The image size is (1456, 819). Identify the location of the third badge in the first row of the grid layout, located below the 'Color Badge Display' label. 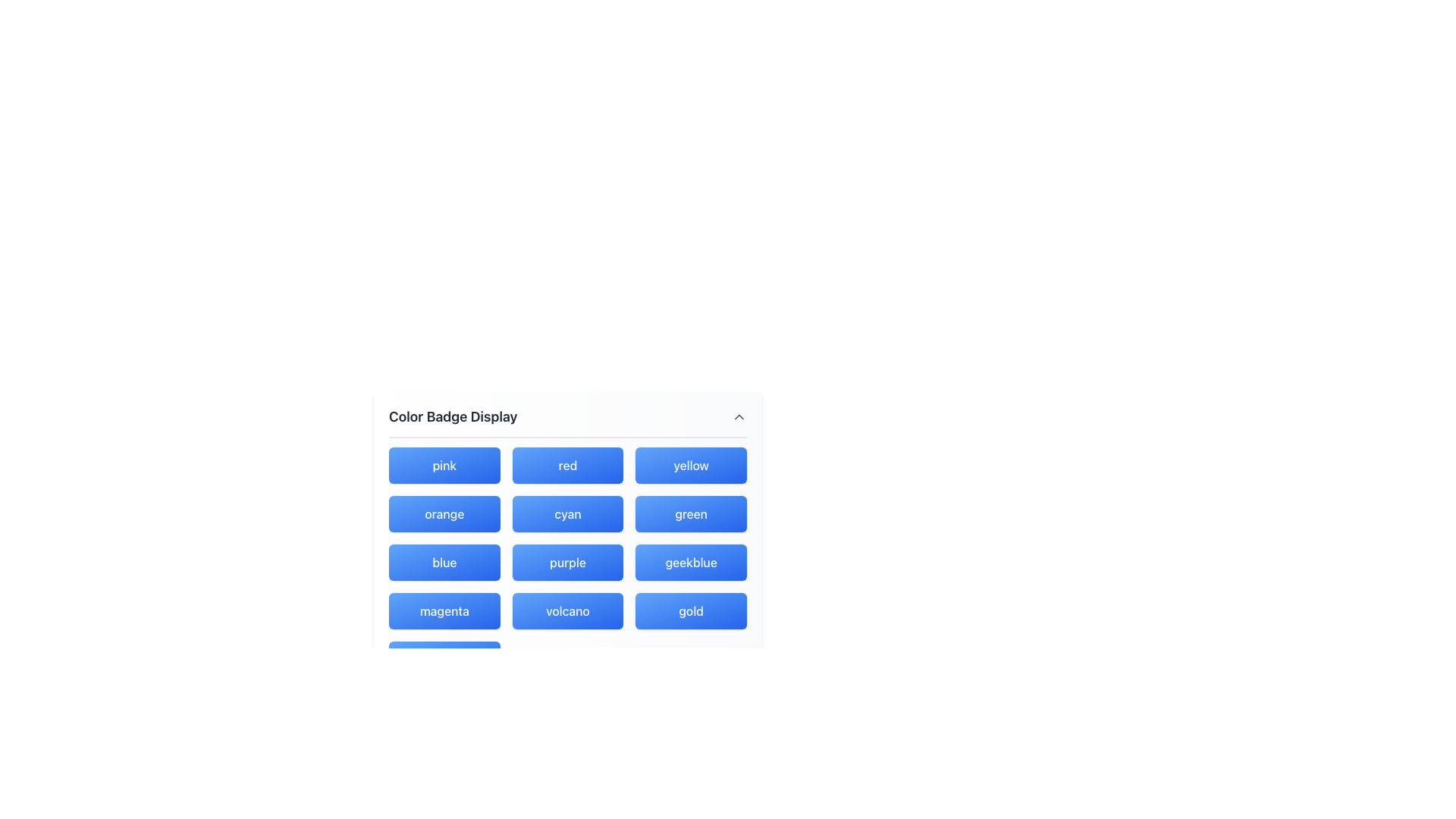
(690, 464).